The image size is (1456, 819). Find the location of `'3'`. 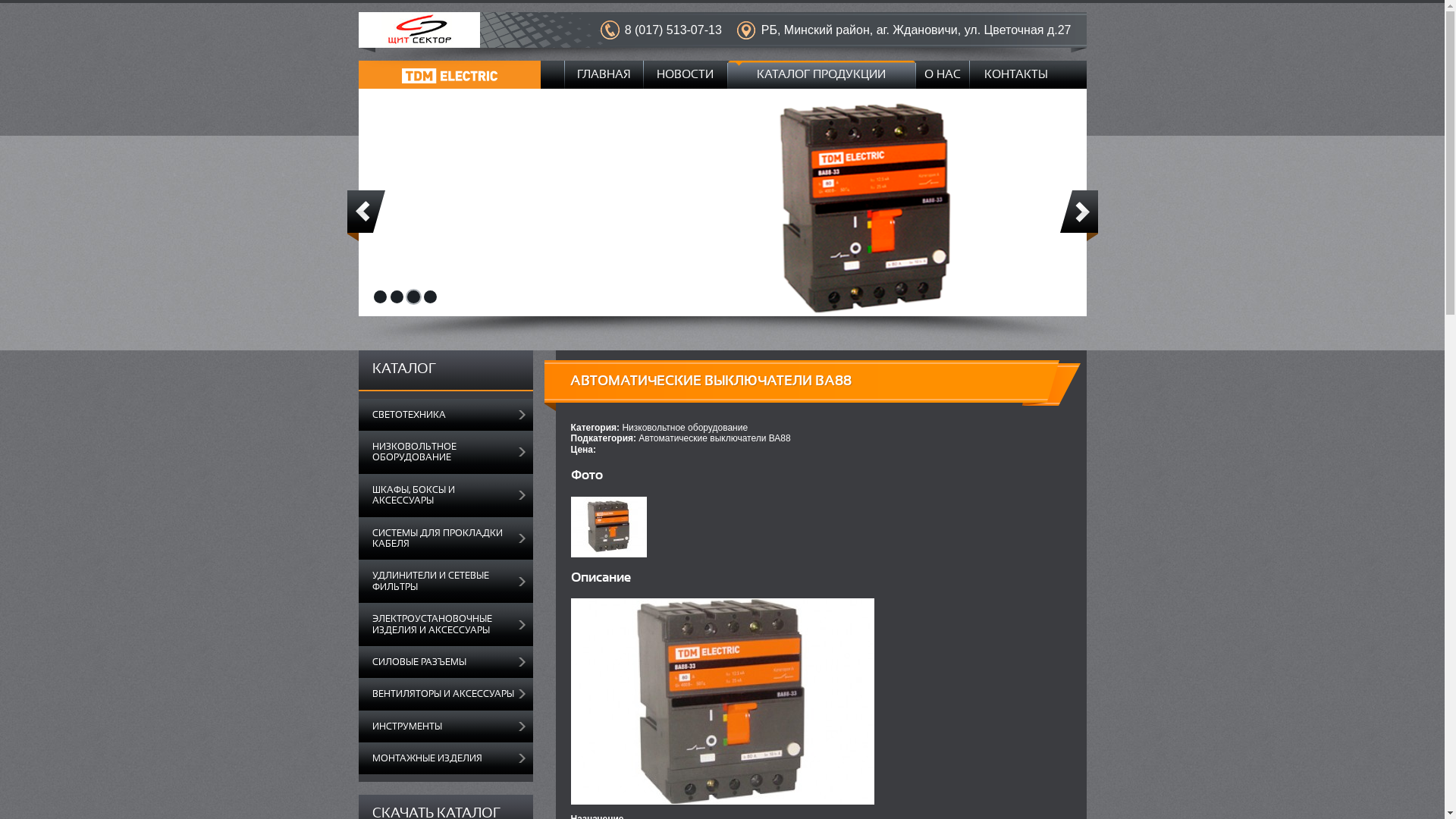

'3' is located at coordinates (413, 297).